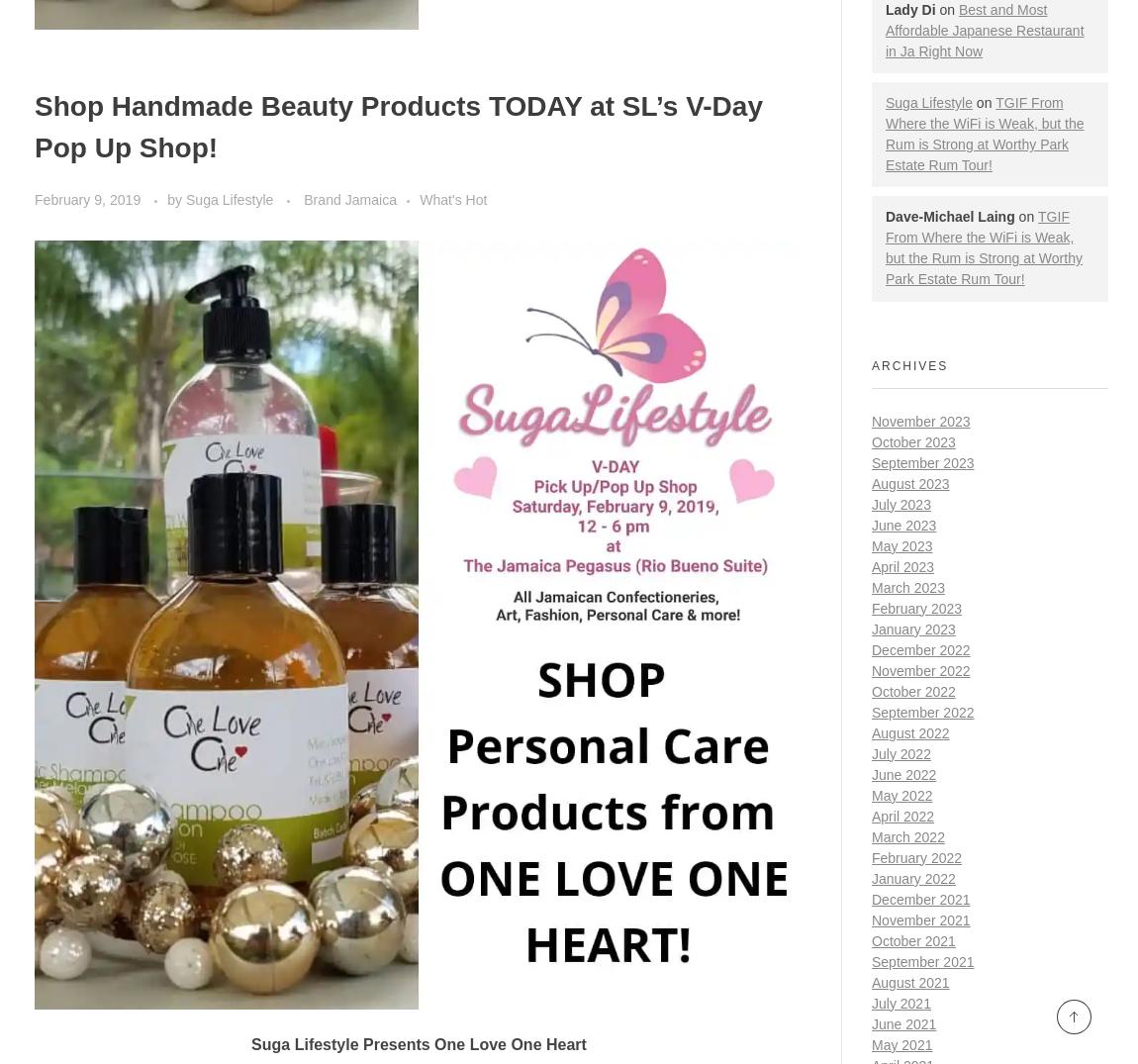 The width and height of the screenshot is (1138, 1064). Describe the element at coordinates (903, 773) in the screenshot. I see `'June 2022'` at that location.